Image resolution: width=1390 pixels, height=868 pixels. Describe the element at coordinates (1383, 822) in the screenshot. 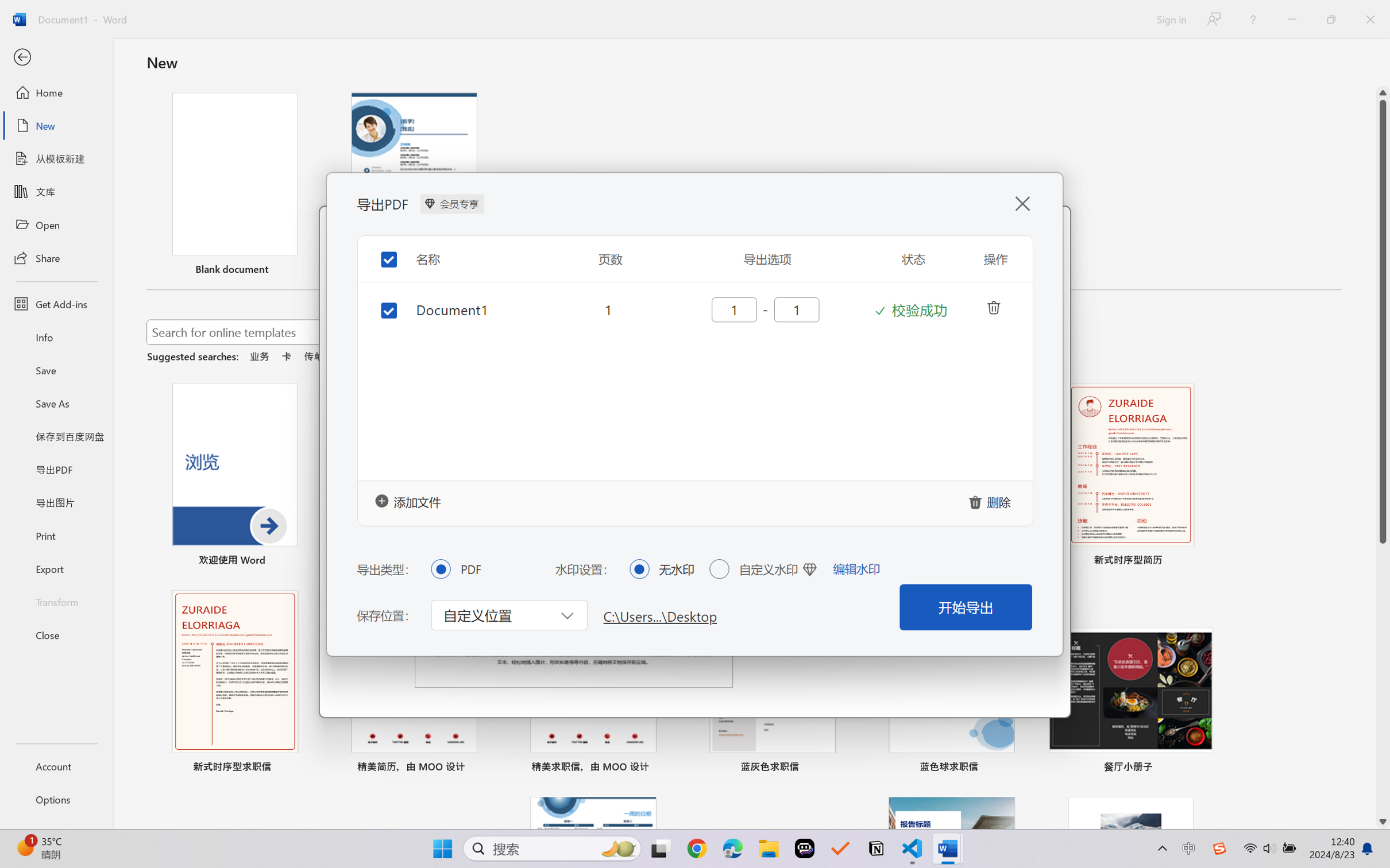

I see `'Line down'` at that location.